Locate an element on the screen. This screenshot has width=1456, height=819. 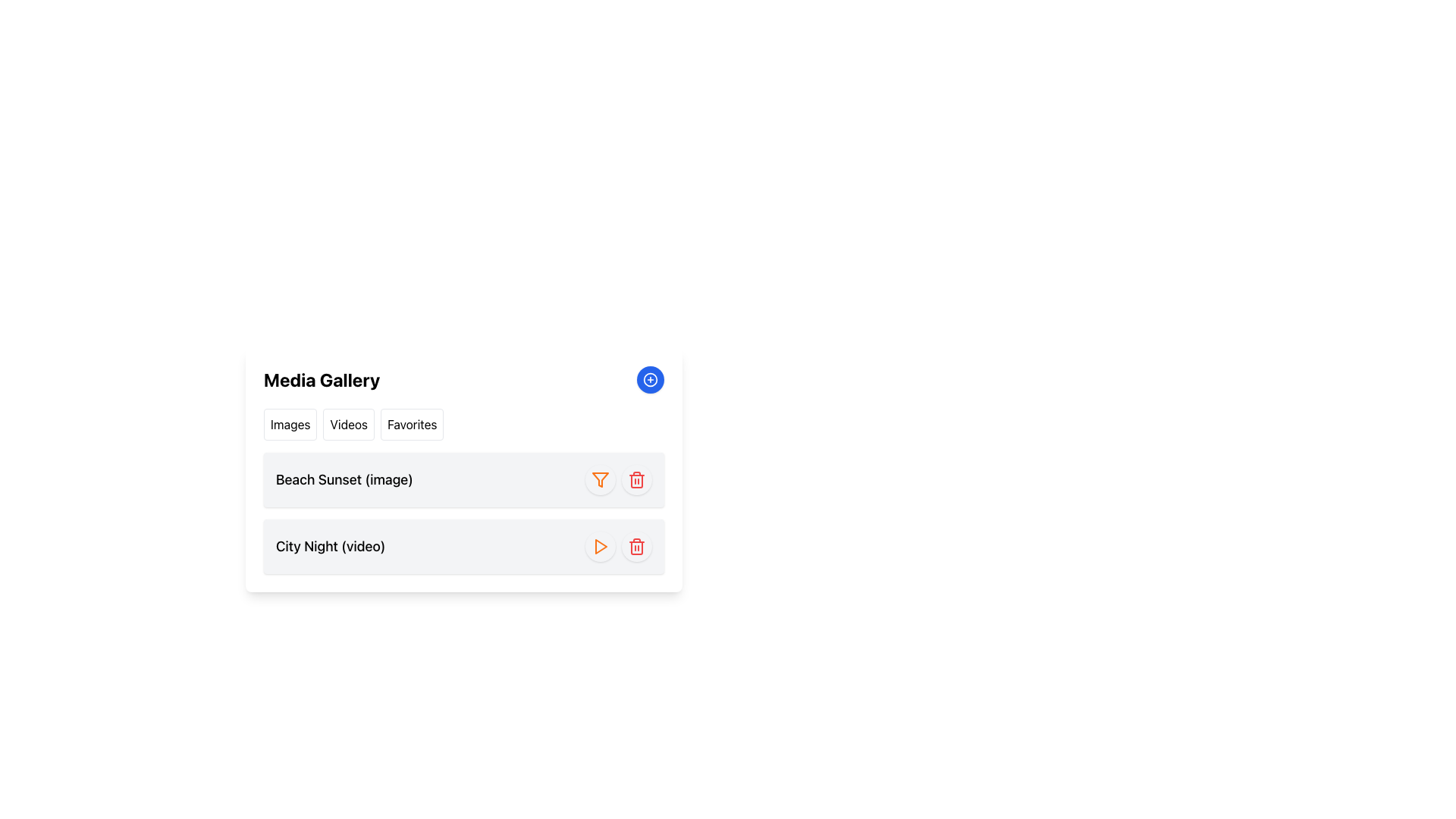
the 'Add New Item' button located at the top-right of the 'Media Gallery' section is located at coordinates (651, 379).